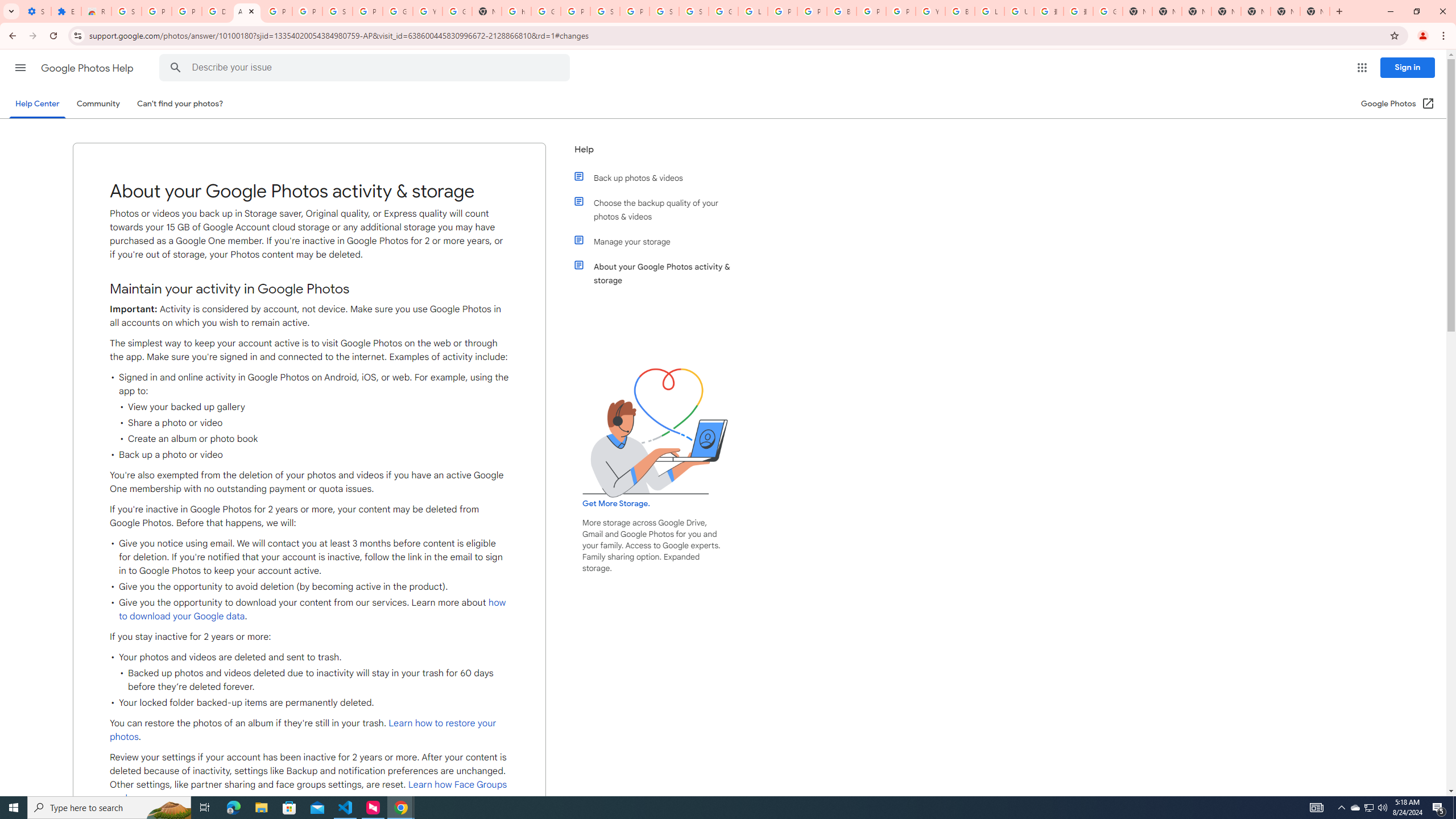 Image resolution: width=1456 pixels, height=819 pixels. I want to click on 'Google Account', so click(396, 11).